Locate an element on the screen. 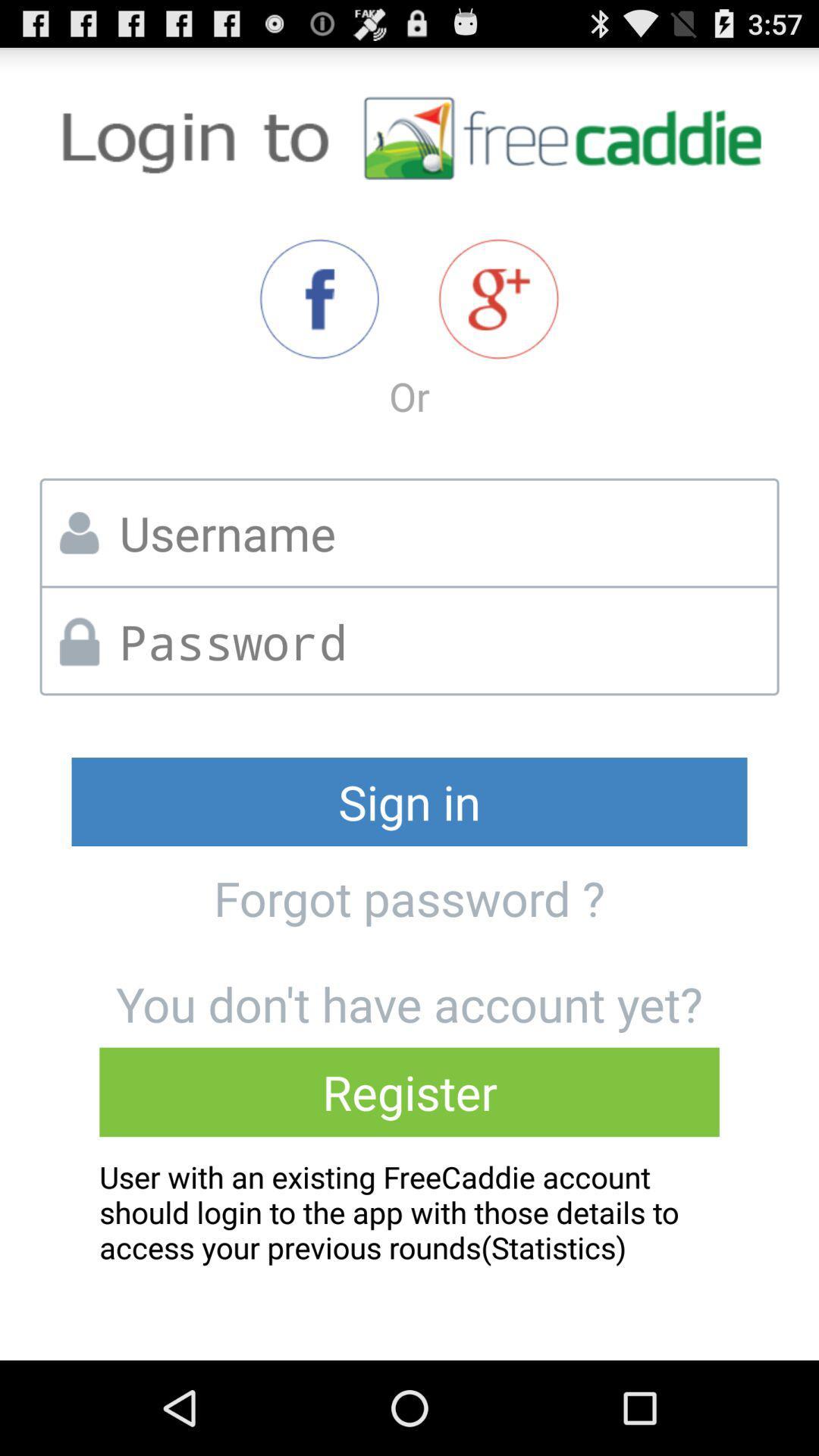  forgot password ? icon is located at coordinates (409, 898).